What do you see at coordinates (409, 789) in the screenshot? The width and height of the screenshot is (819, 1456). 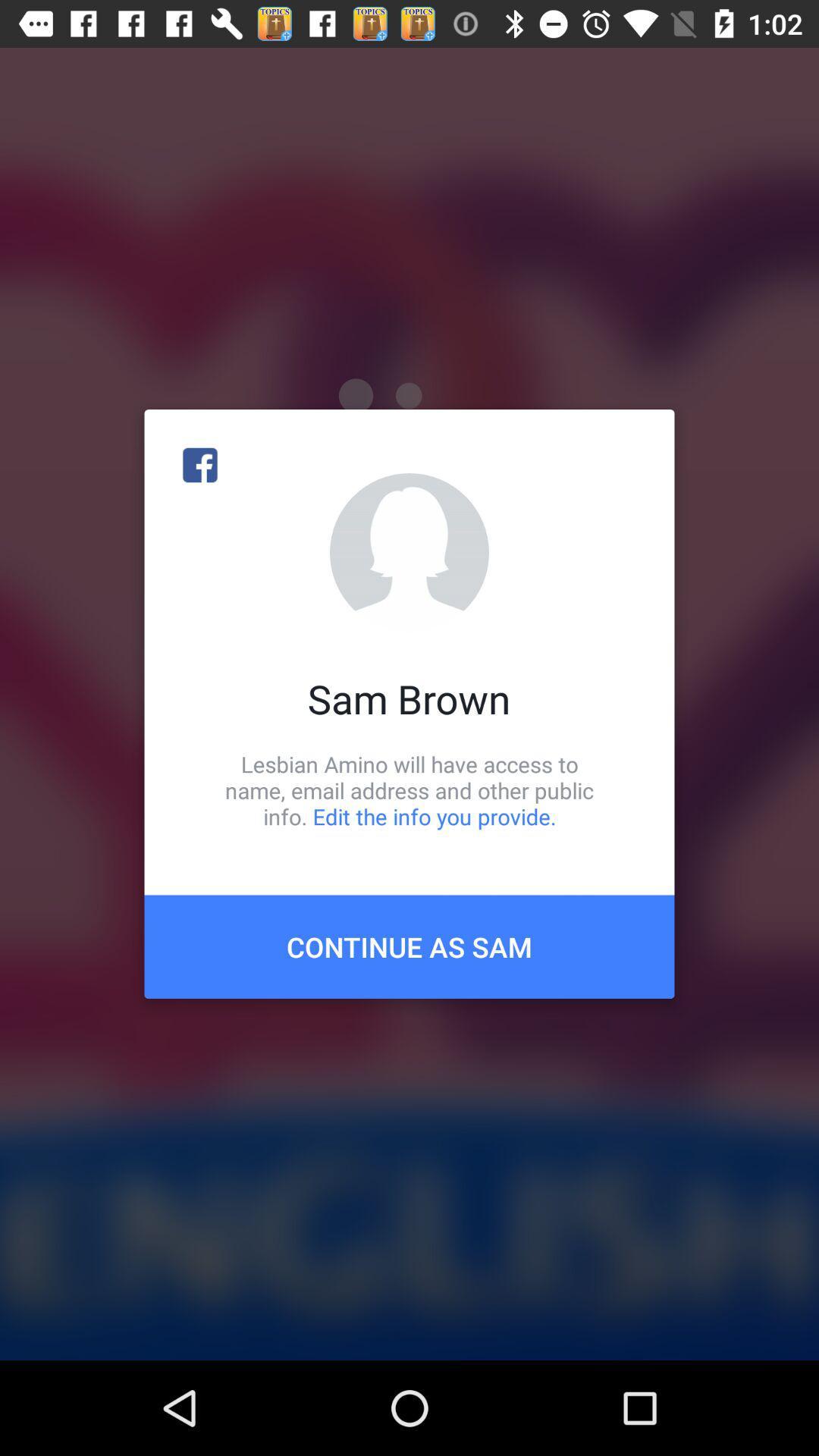 I see `the item below the sam brown` at bounding box center [409, 789].